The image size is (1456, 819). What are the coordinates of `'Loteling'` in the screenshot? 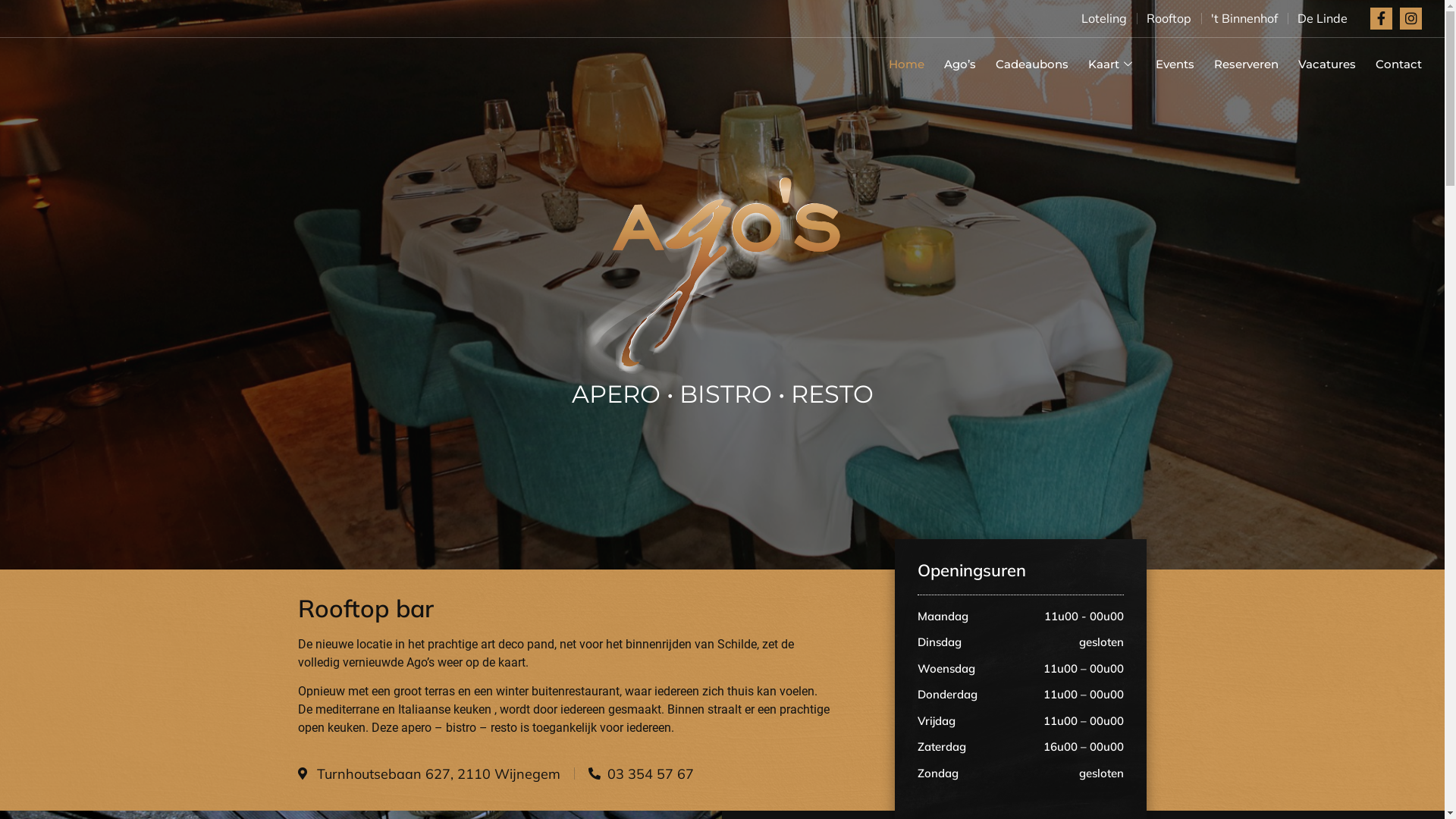 It's located at (1103, 17).